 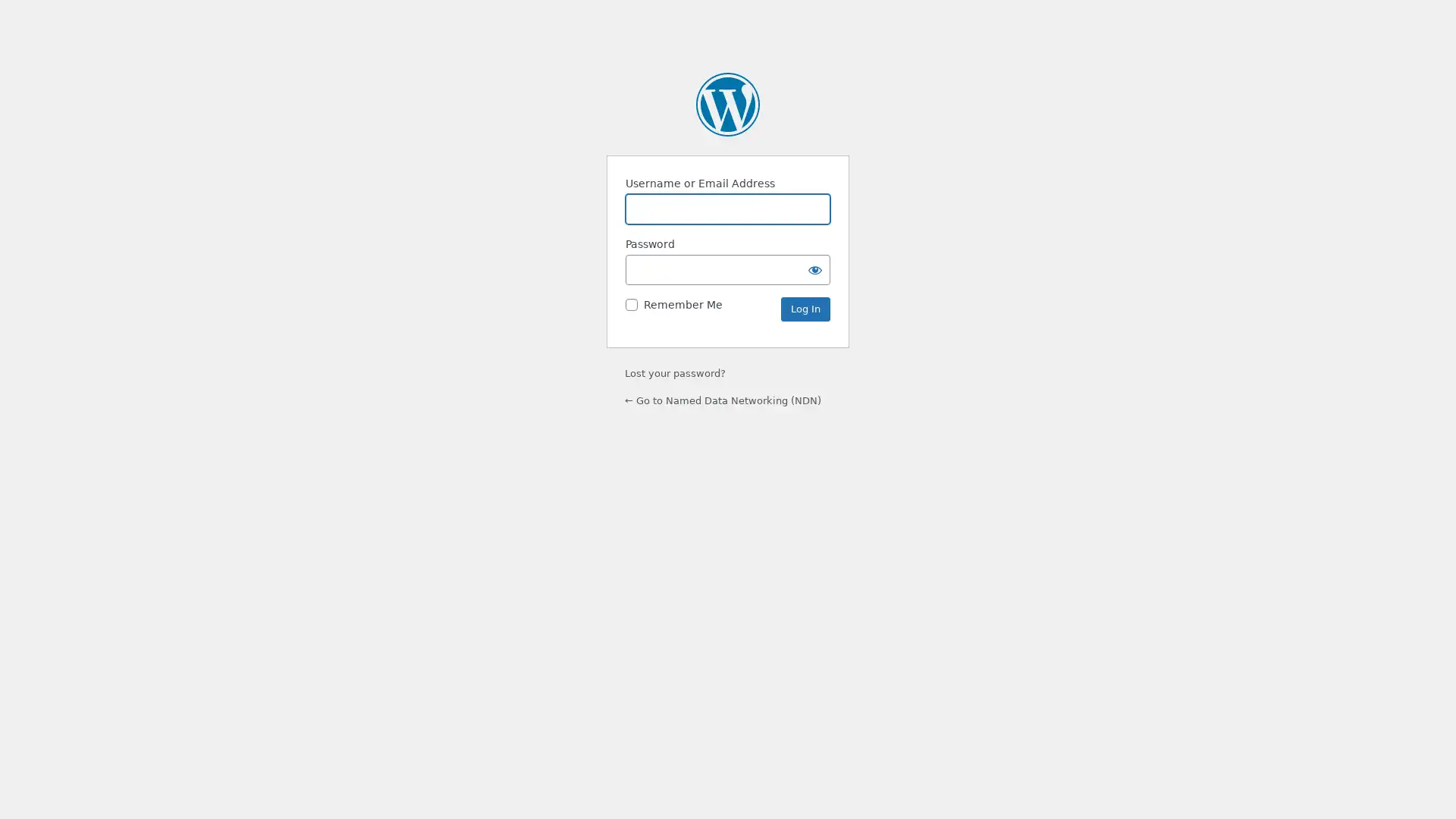 What do you see at coordinates (814, 268) in the screenshot?
I see `Show password` at bounding box center [814, 268].